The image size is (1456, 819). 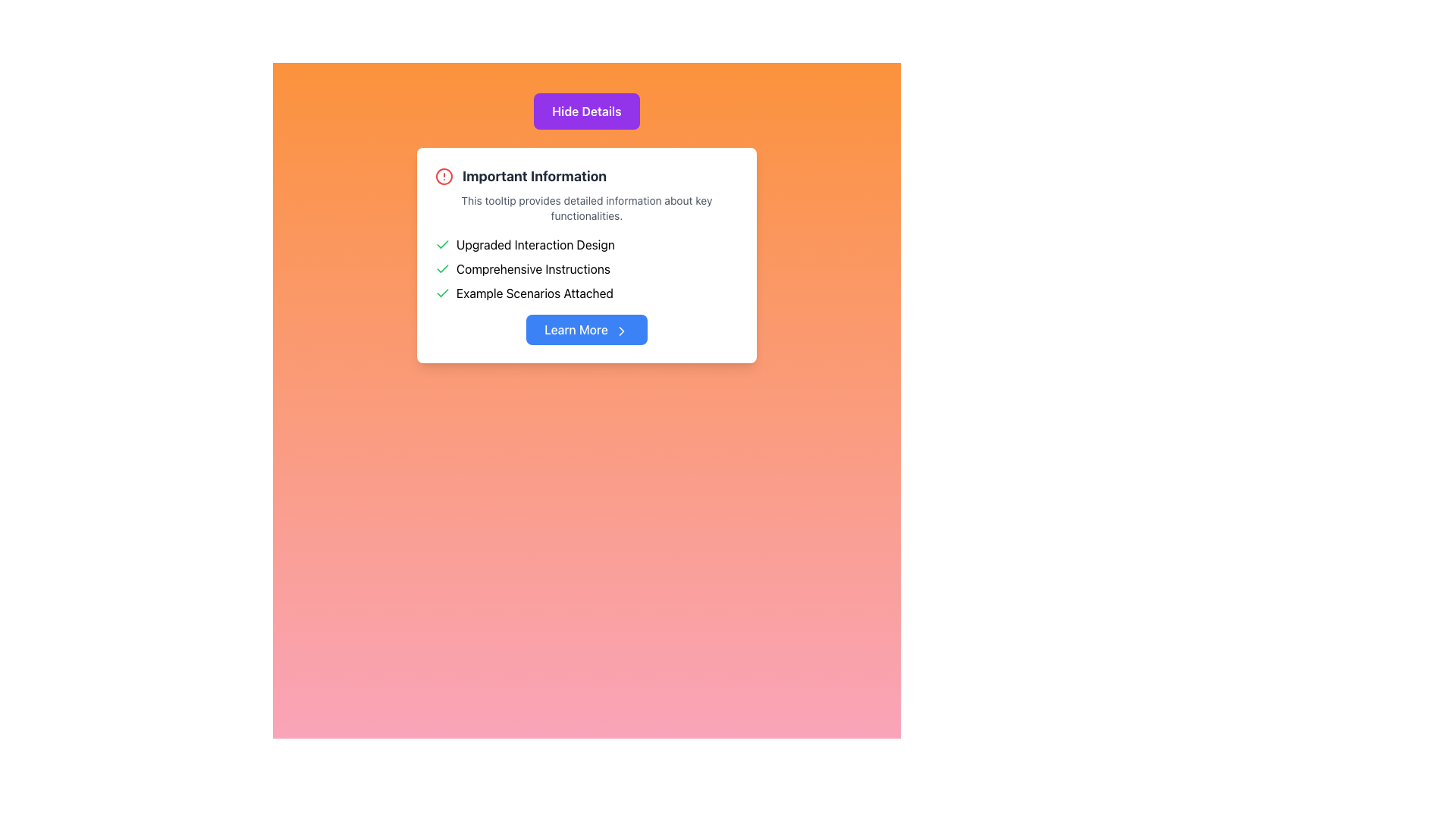 I want to click on the green checkmark icon that is positioned to the left of the text 'Example Scenarios Attached' in the modal below 'Comprehensive Instructions', so click(x=442, y=293).